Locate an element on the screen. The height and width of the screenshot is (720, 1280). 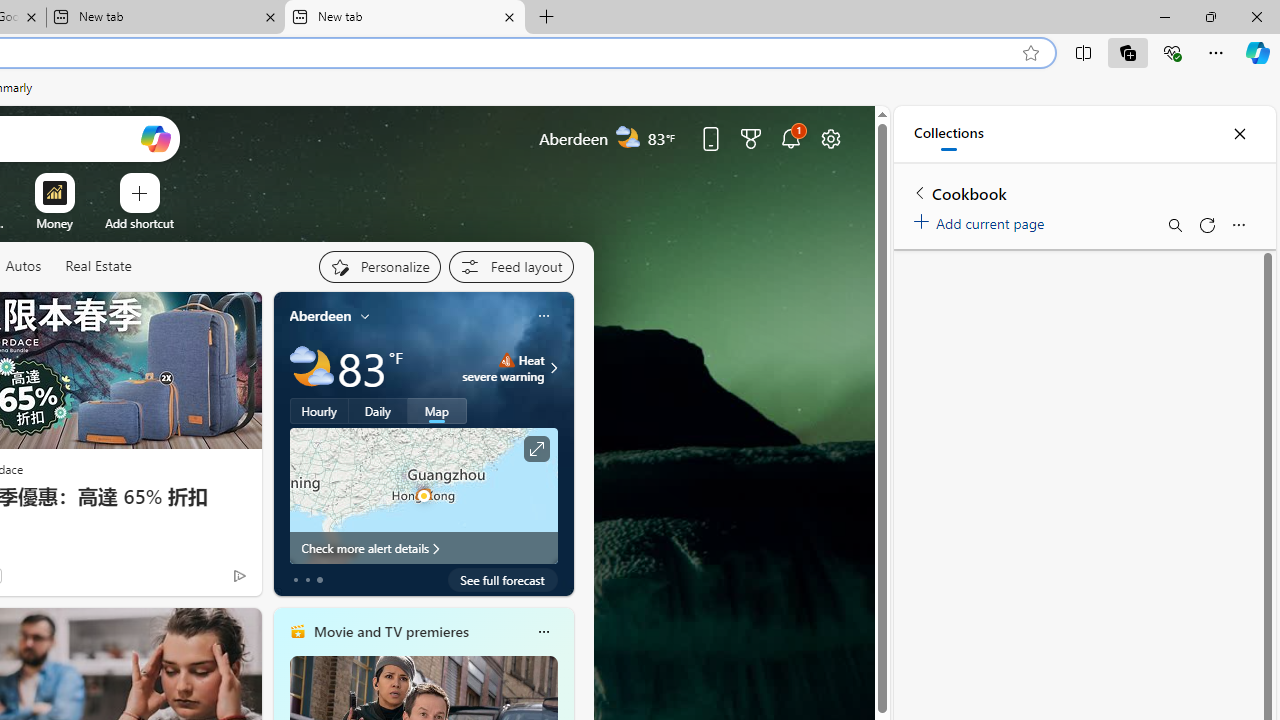
'More options menu' is located at coordinates (1237, 225).